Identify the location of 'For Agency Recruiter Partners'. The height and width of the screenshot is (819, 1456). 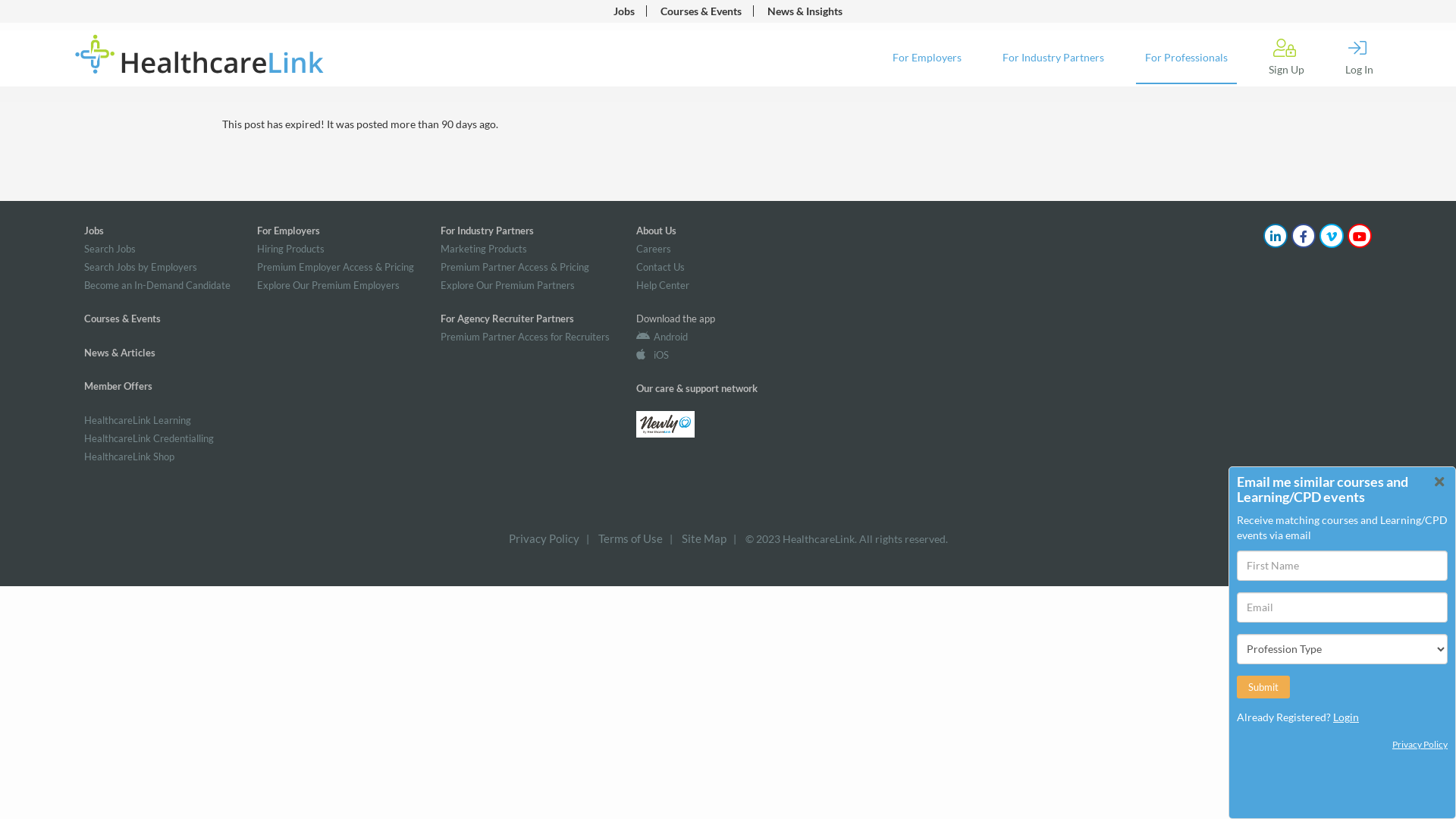
(507, 318).